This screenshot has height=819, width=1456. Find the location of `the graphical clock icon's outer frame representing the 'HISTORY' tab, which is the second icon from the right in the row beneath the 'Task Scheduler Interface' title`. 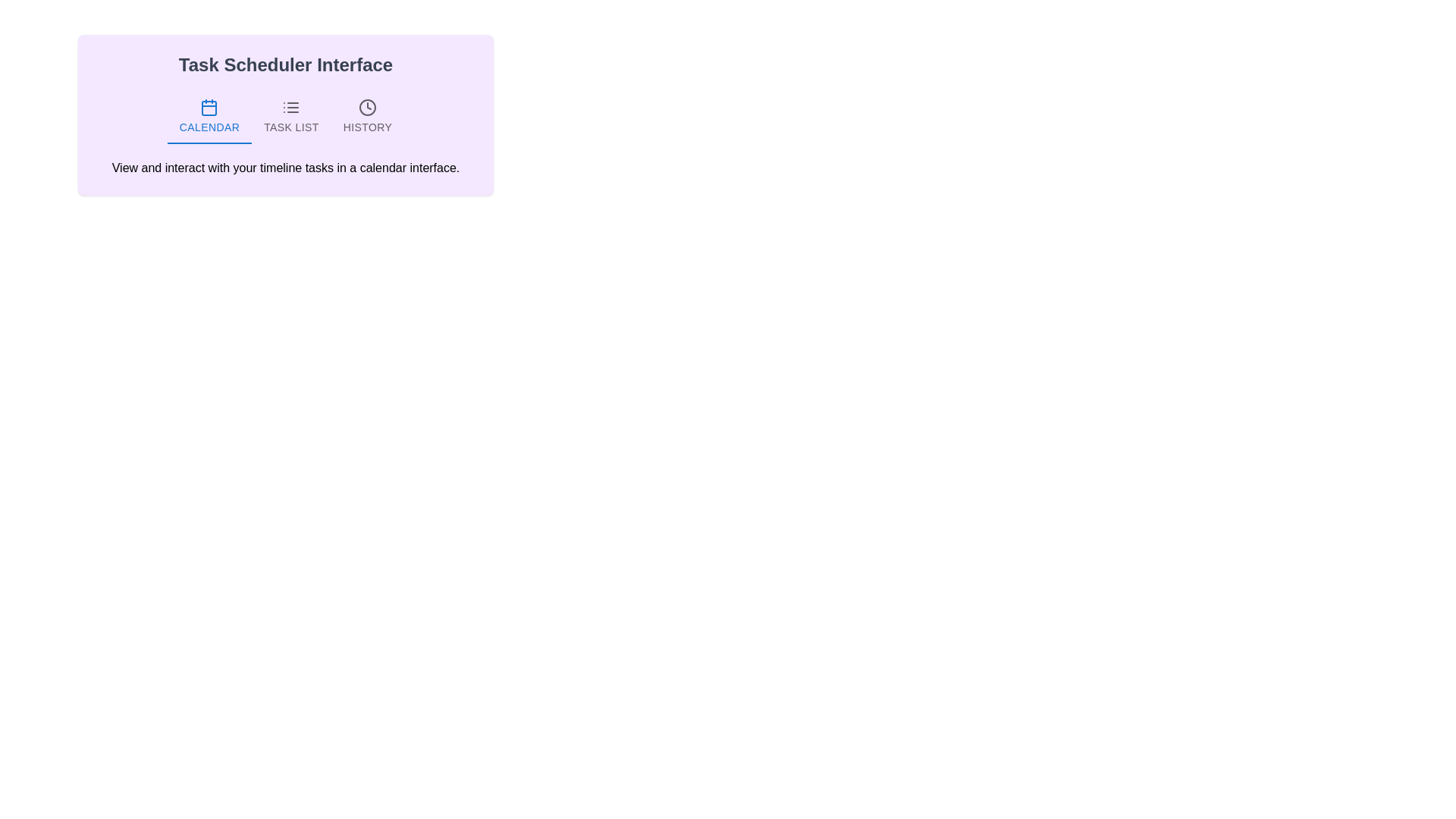

the graphical clock icon's outer frame representing the 'HISTORY' tab, which is the second icon from the right in the row beneath the 'Task Scheduler Interface' title is located at coordinates (367, 107).